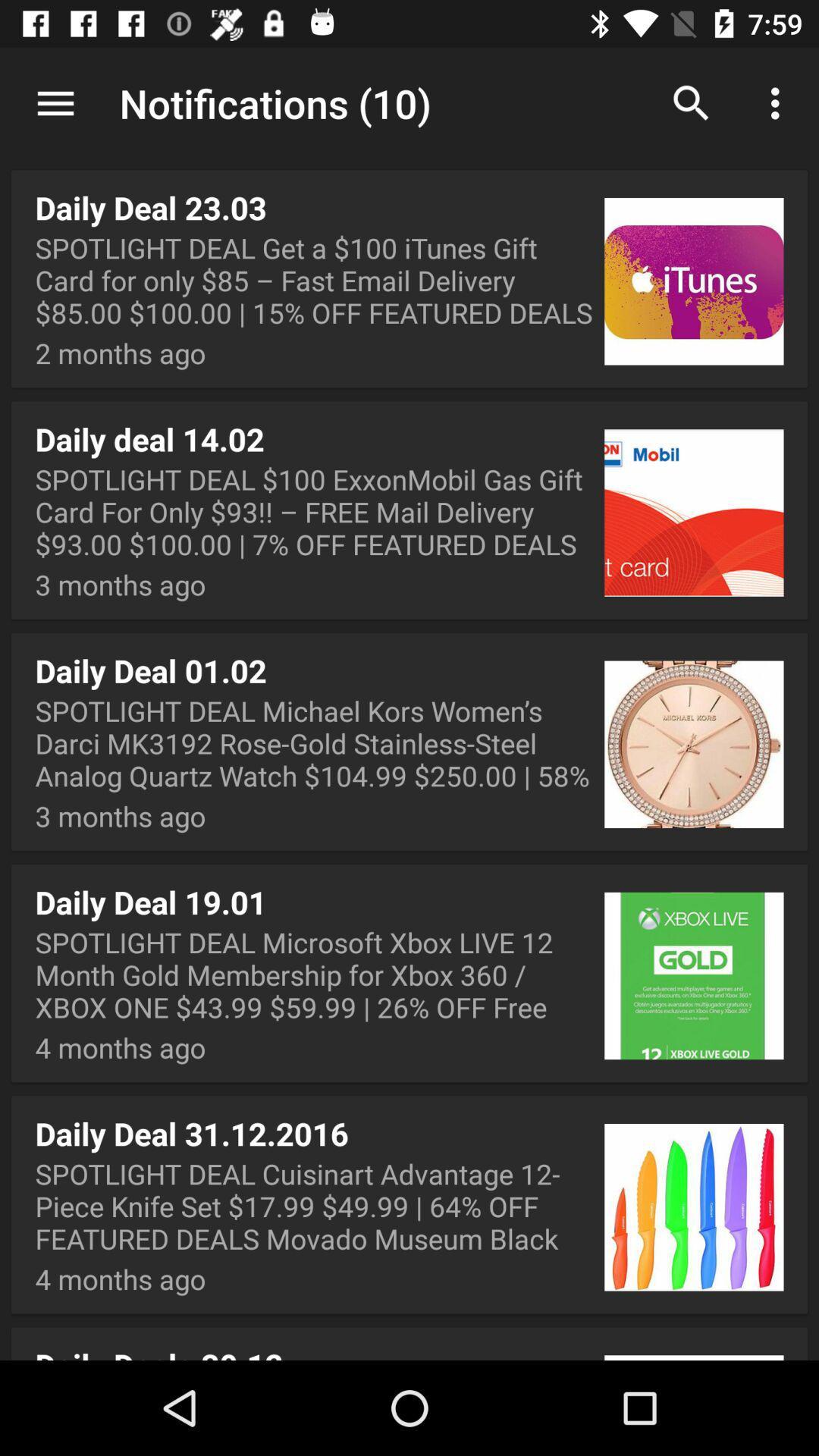  I want to click on the icon above the daily deal 23 app, so click(409, 105).